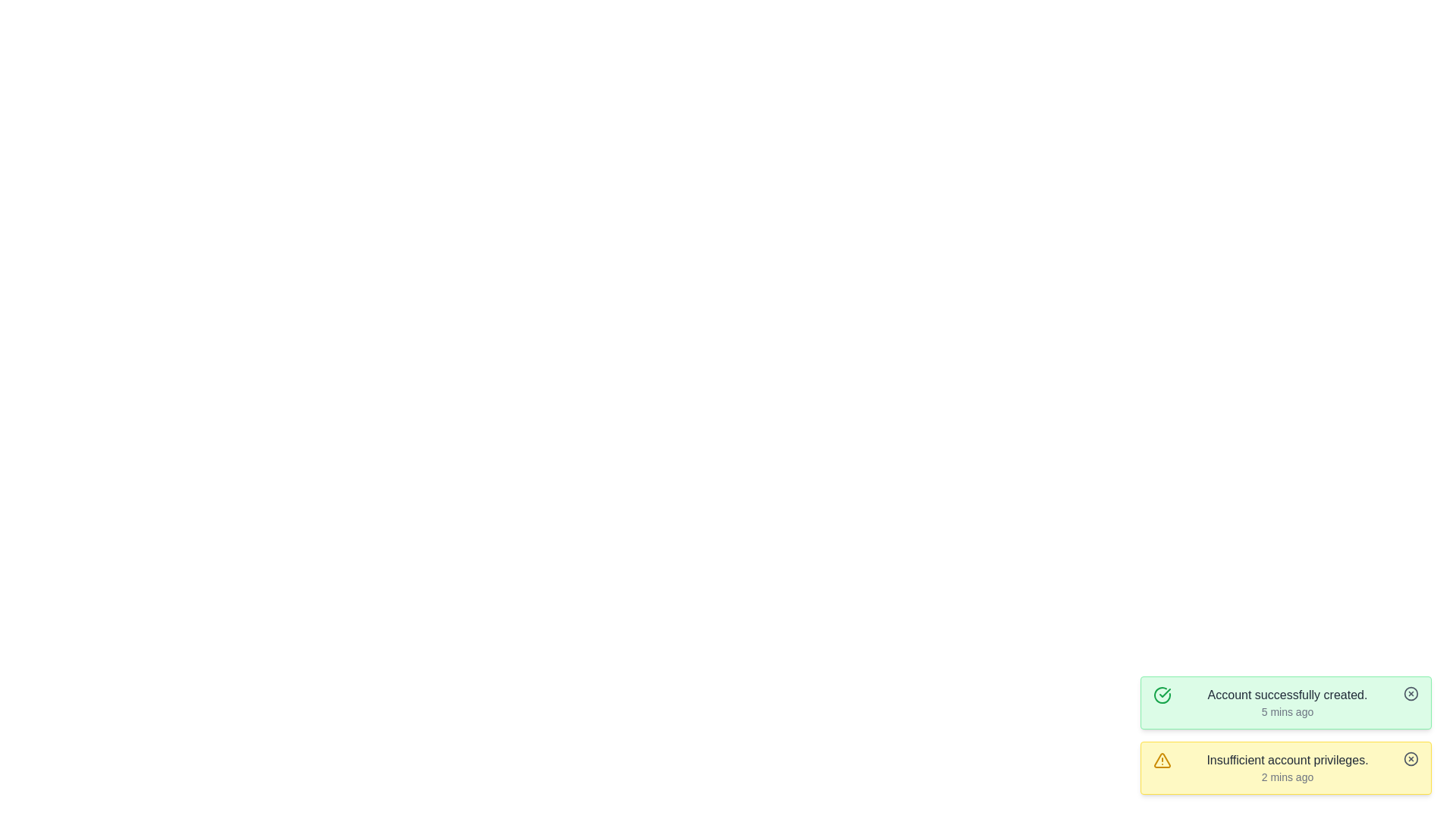  What do you see at coordinates (1410, 759) in the screenshot?
I see `the SVG Circle that serves as a dismiss or close button for the second notification, located at the right side of the notification text` at bounding box center [1410, 759].